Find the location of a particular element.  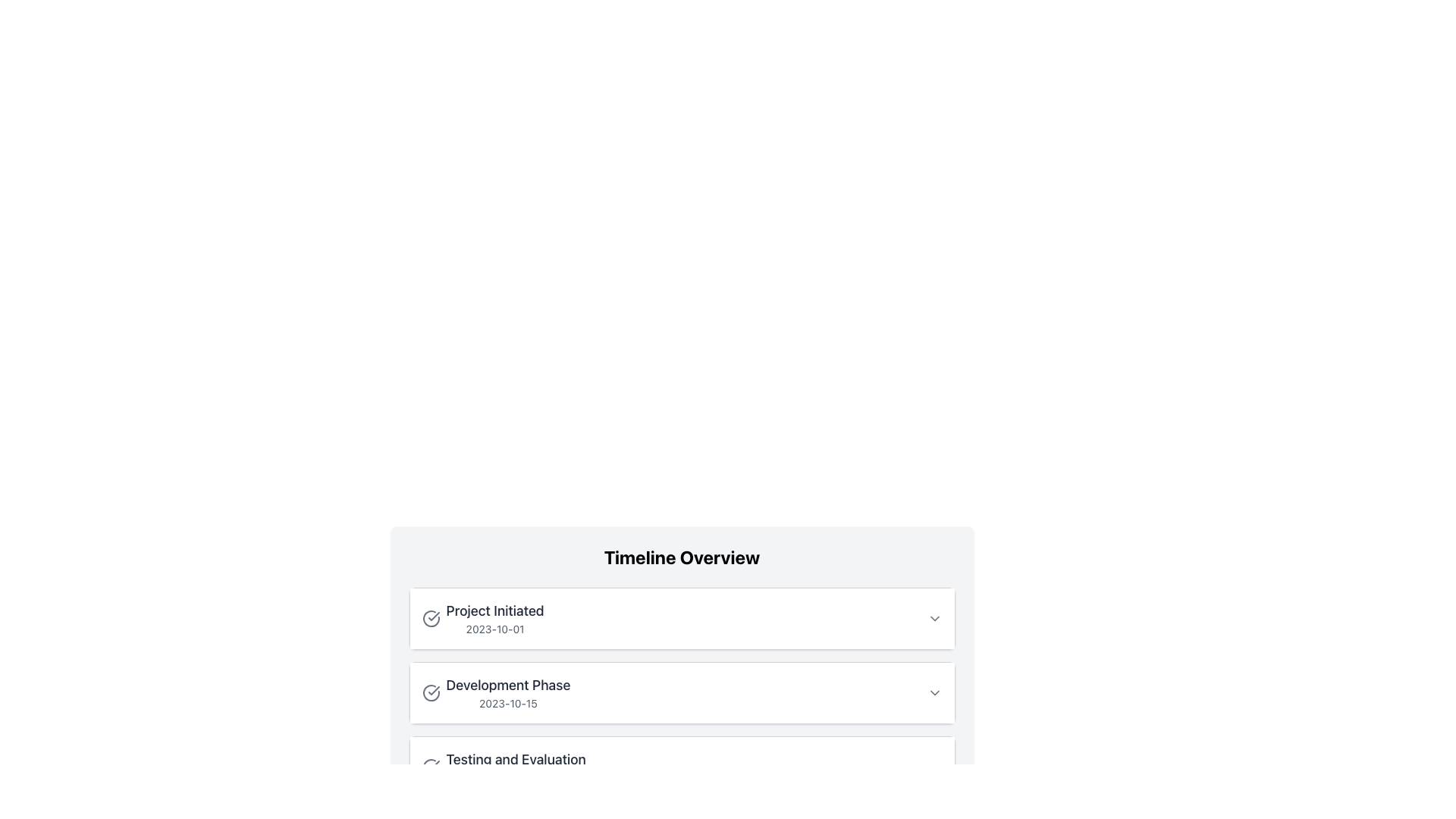

the Chevron icon located at the far right of the 'Project Initiated' section is located at coordinates (934, 619).